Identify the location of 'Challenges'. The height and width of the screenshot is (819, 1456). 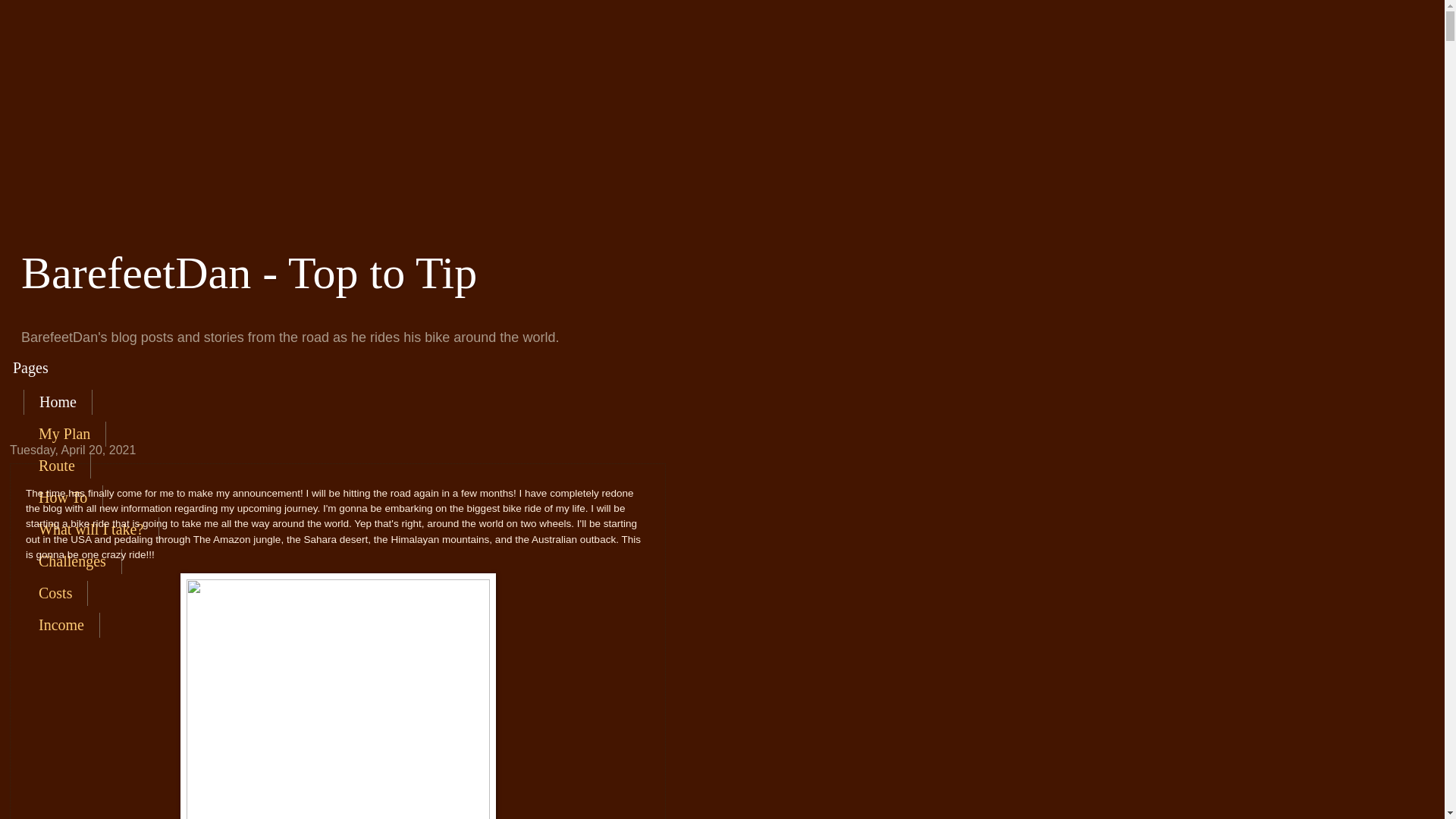
(72, 561).